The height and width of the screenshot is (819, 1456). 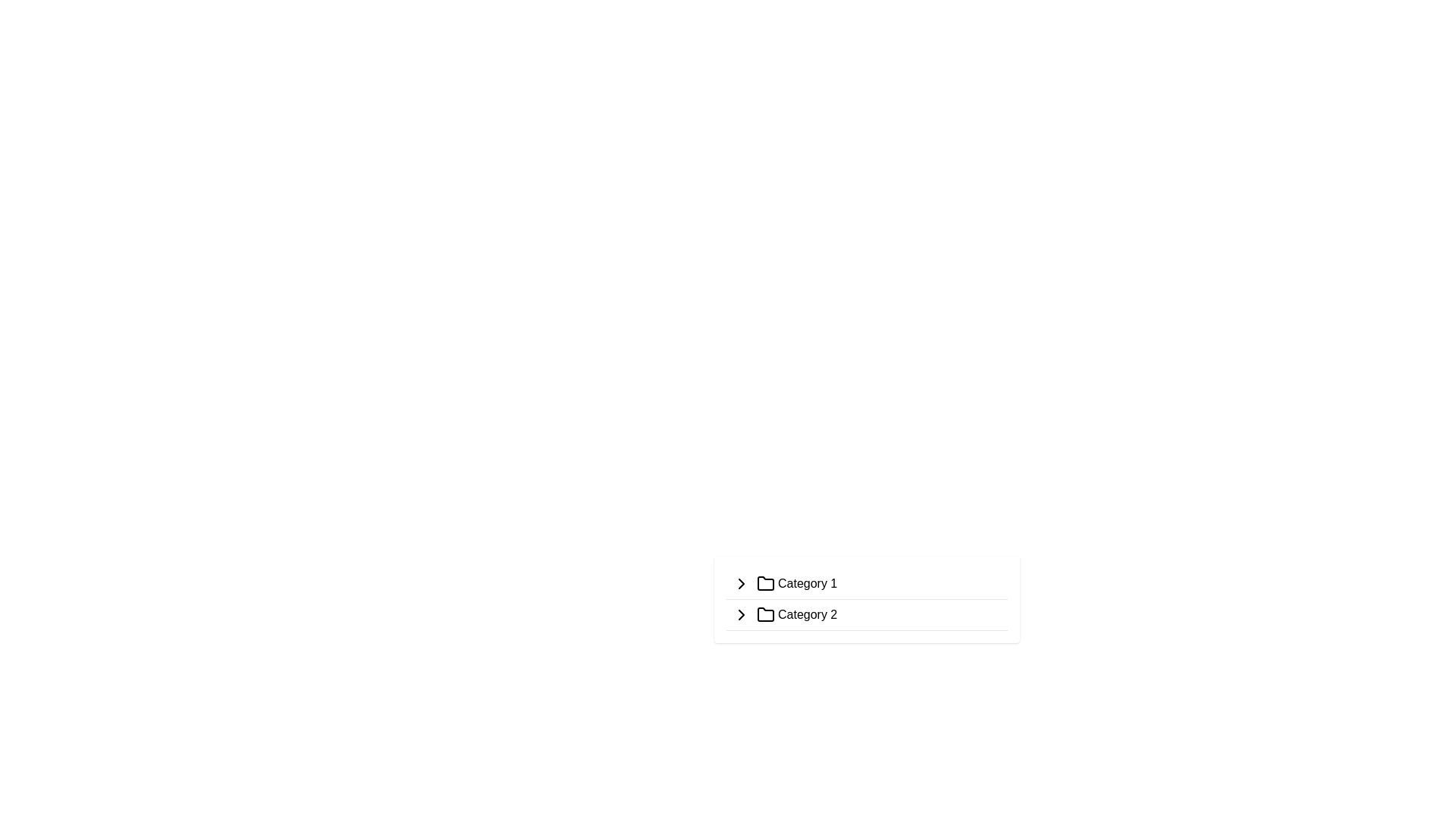 What do you see at coordinates (742, 583) in the screenshot?
I see `the triangle icon to the left of the 'Category 1' text label` at bounding box center [742, 583].